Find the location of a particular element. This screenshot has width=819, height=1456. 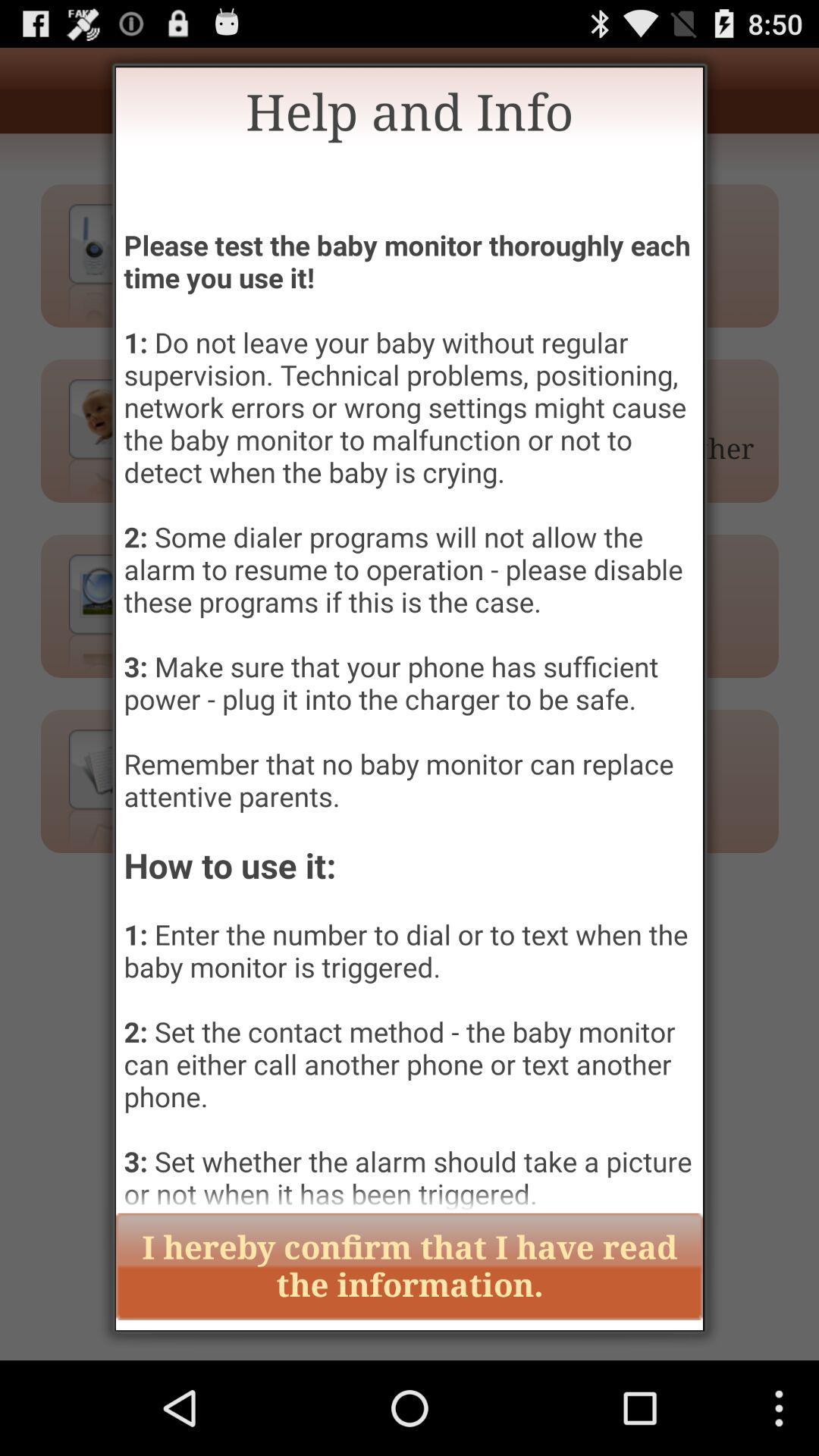

the item at the bottom is located at coordinates (409, 1266).